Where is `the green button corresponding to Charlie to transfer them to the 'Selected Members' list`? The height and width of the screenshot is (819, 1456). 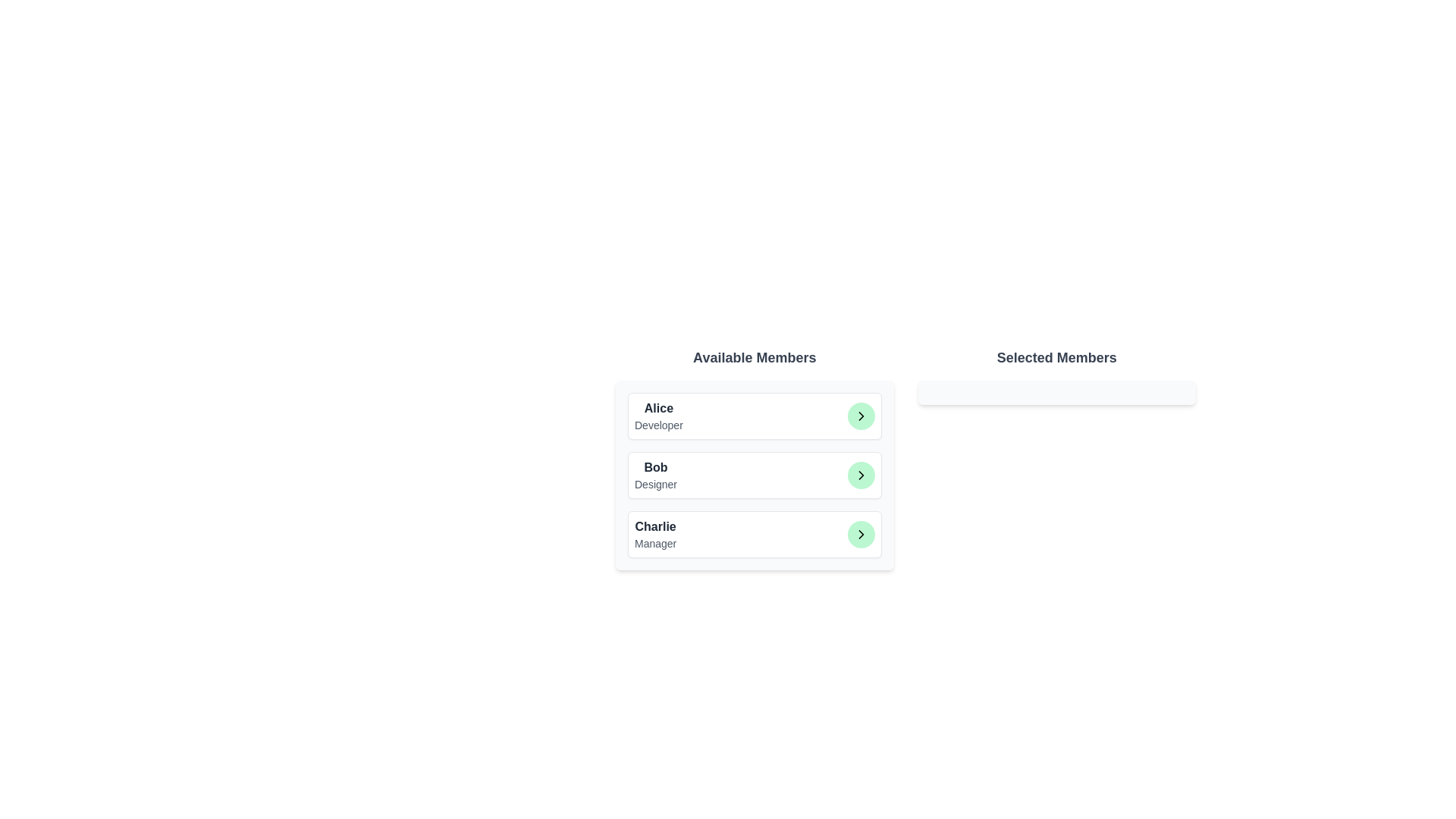
the green button corresponding to Charlie to transfer them to the 'Selected Members' list is located at coordinates (861, 534).